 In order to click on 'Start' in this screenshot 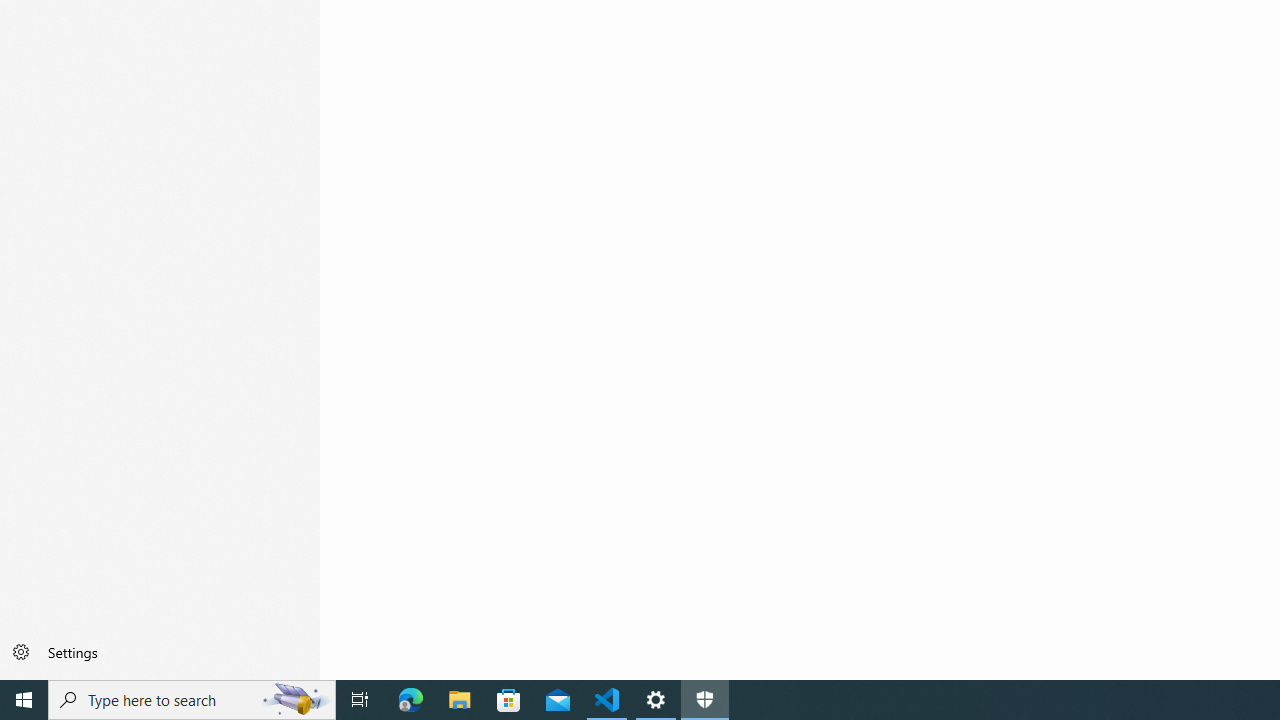, I will do `click(24, 698)`.